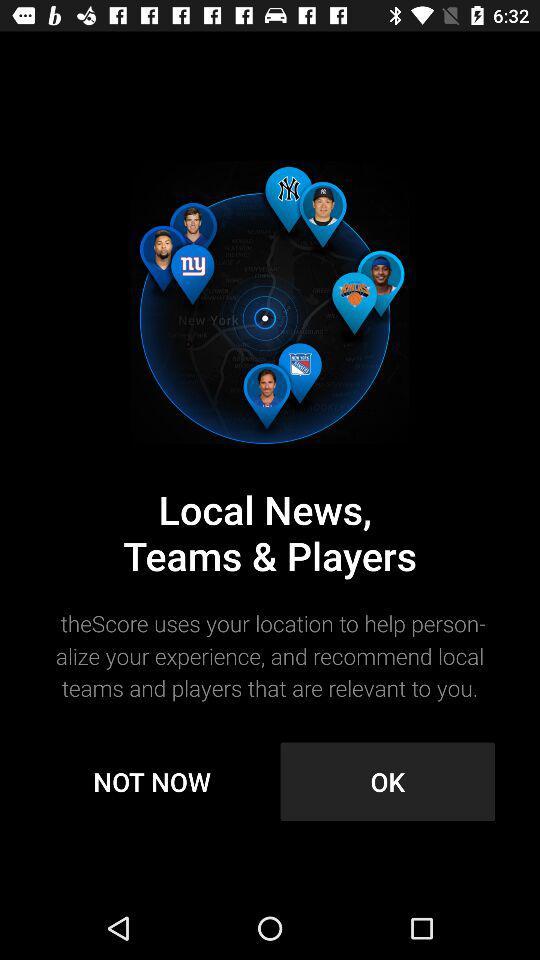  I want to click on ok icon, so click(387, 781).